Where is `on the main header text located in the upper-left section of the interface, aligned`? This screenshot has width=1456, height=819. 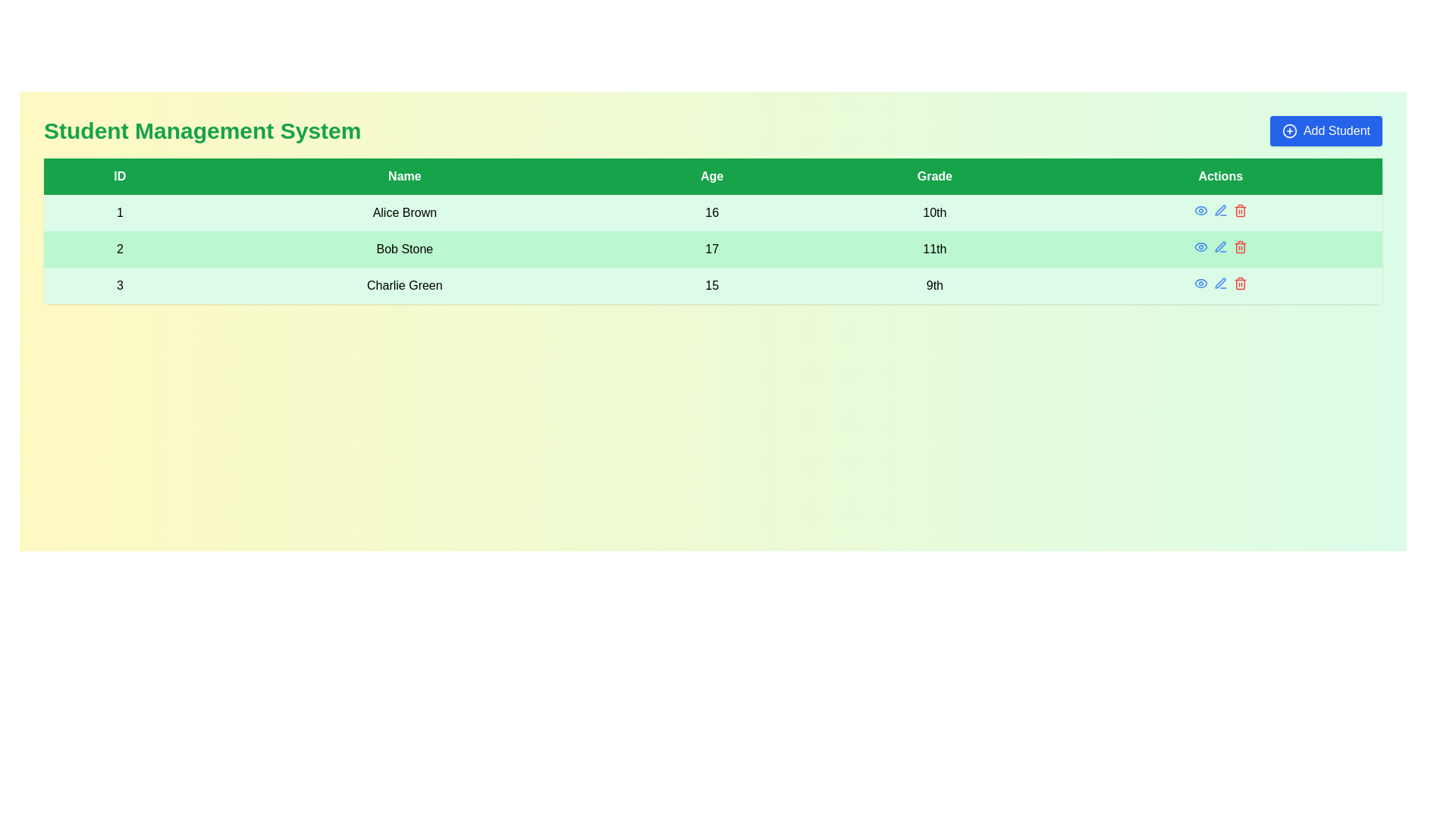
on the main header text located in the upper-left section of the interface, aligned is located at coordinates (202, 130).